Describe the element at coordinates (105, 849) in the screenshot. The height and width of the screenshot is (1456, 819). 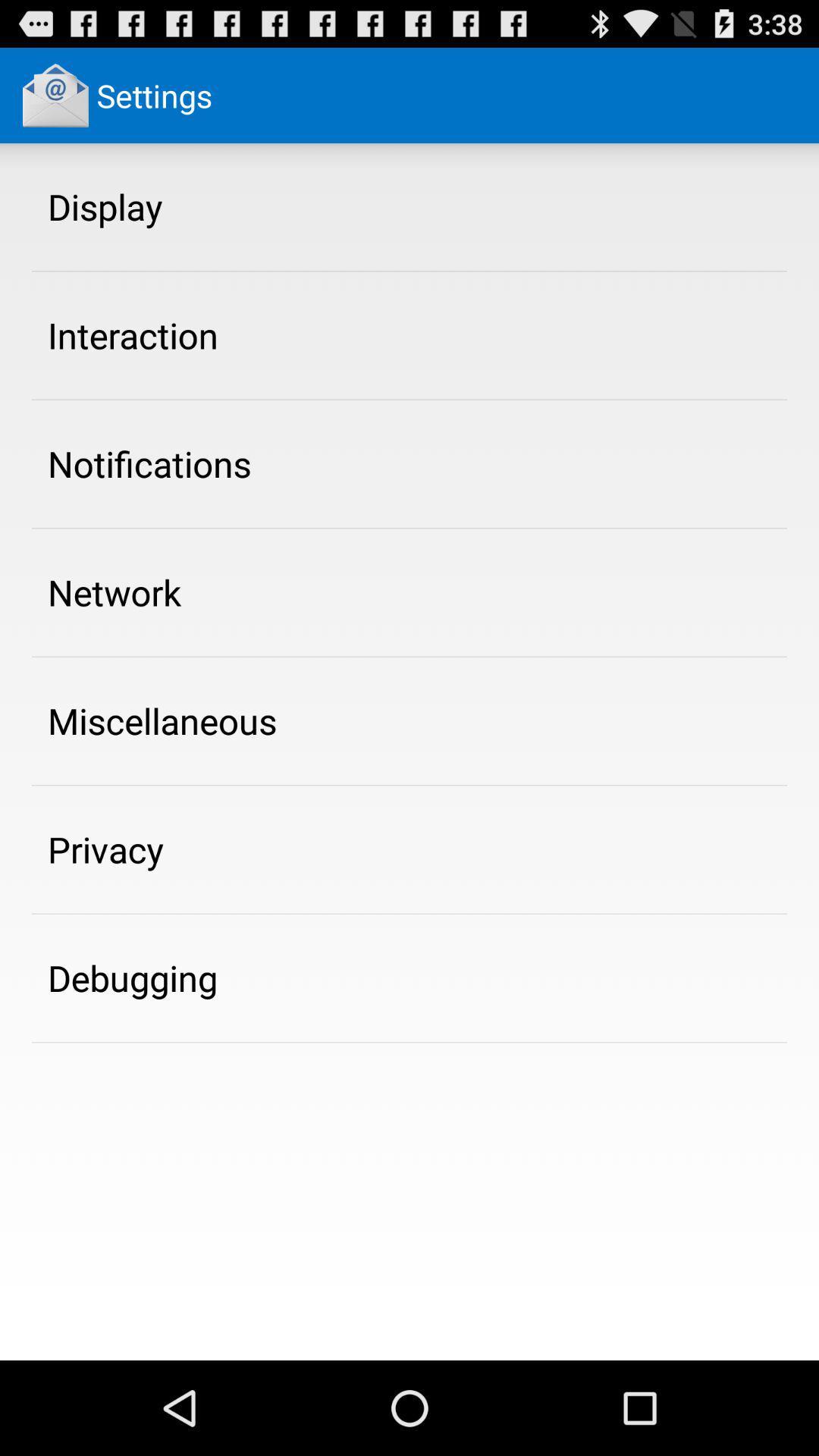
I see `privacy item` at that location.